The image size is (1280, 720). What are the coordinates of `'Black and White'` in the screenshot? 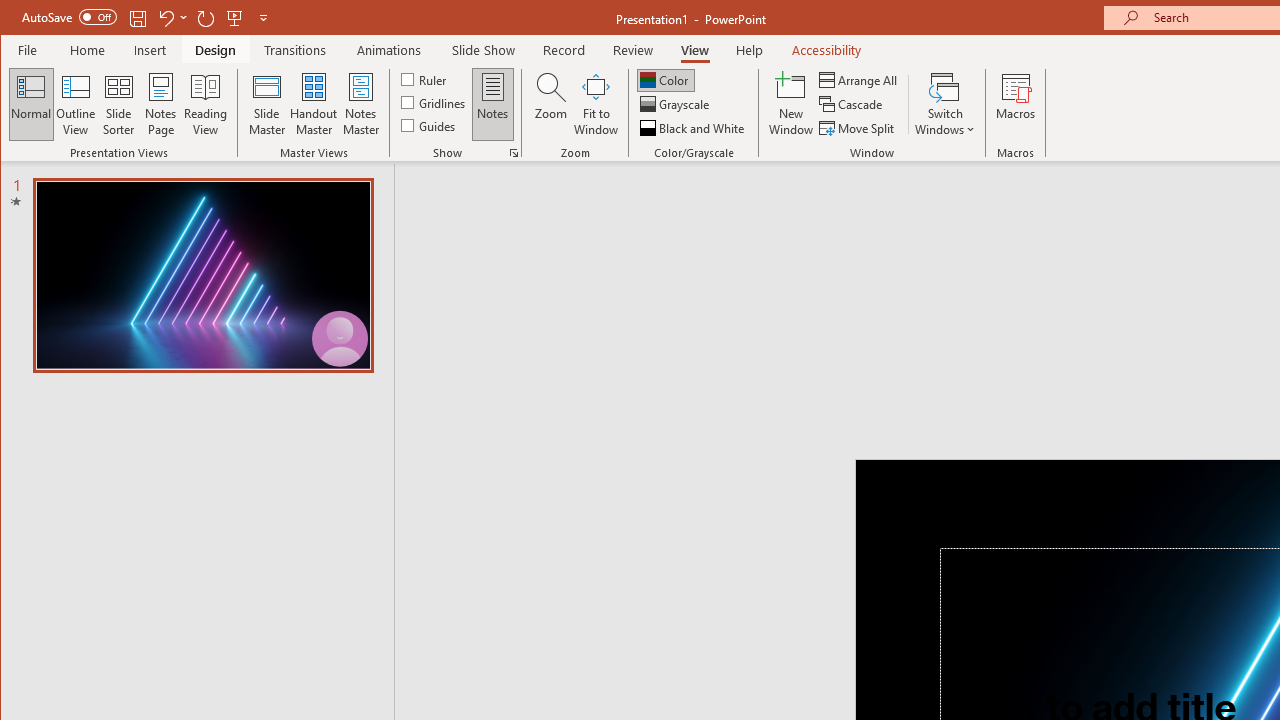 It's located at (694, 128).